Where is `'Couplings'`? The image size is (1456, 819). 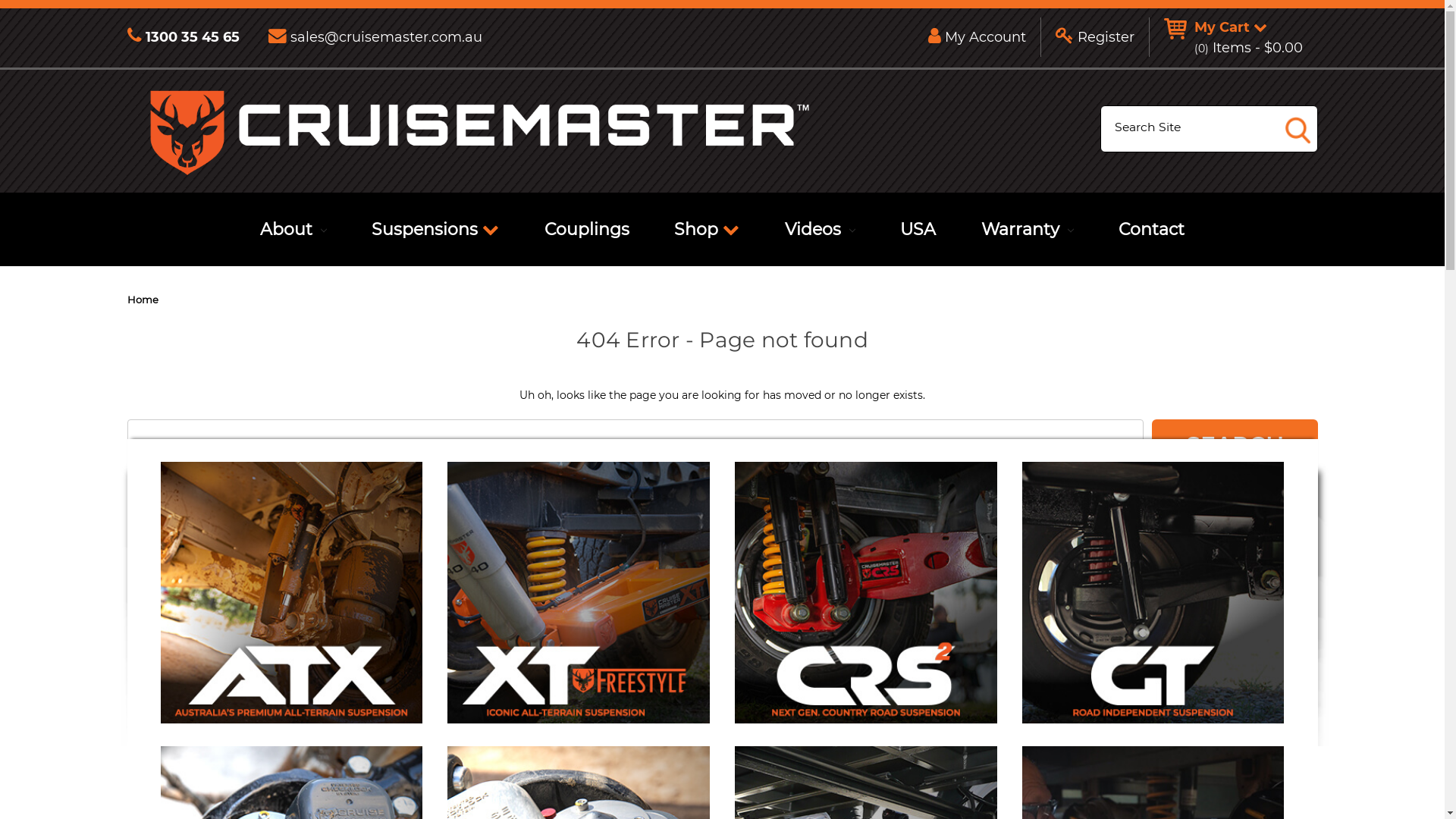 'Couplings' is located at coordinates (585, 229).